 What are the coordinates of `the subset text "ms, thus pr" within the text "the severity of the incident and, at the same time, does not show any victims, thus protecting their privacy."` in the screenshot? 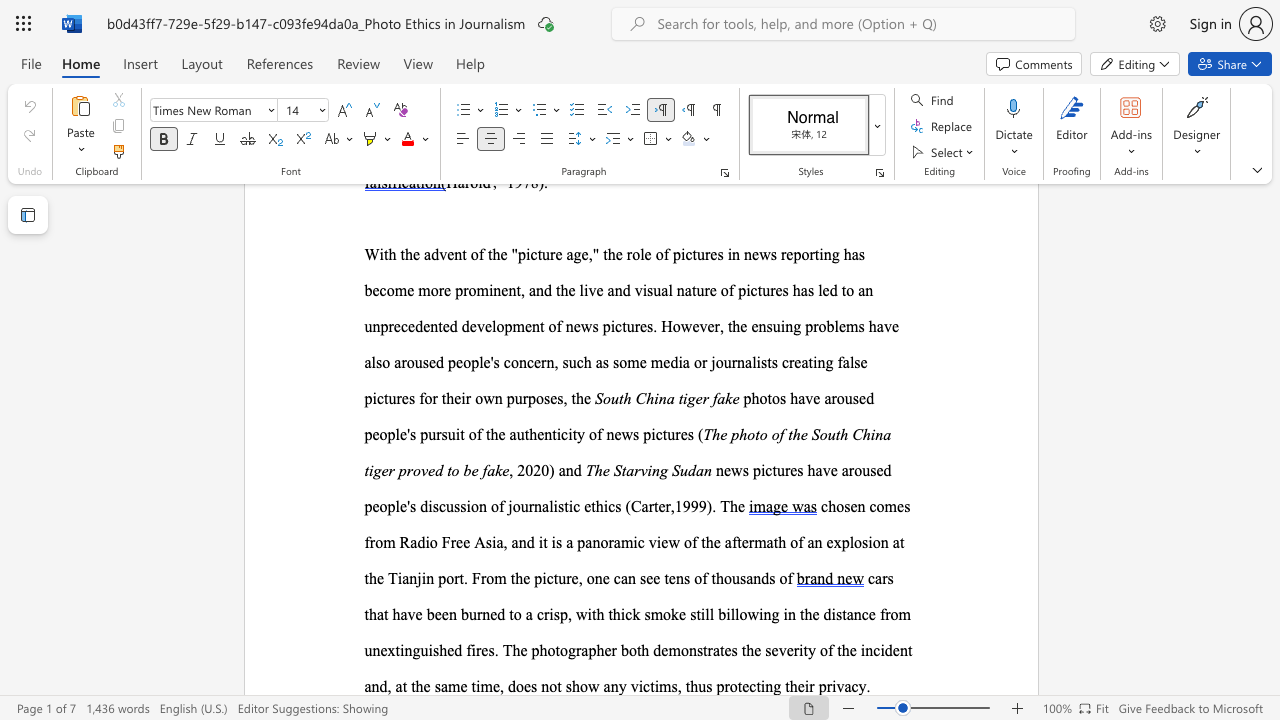 It's located at (659, 685).